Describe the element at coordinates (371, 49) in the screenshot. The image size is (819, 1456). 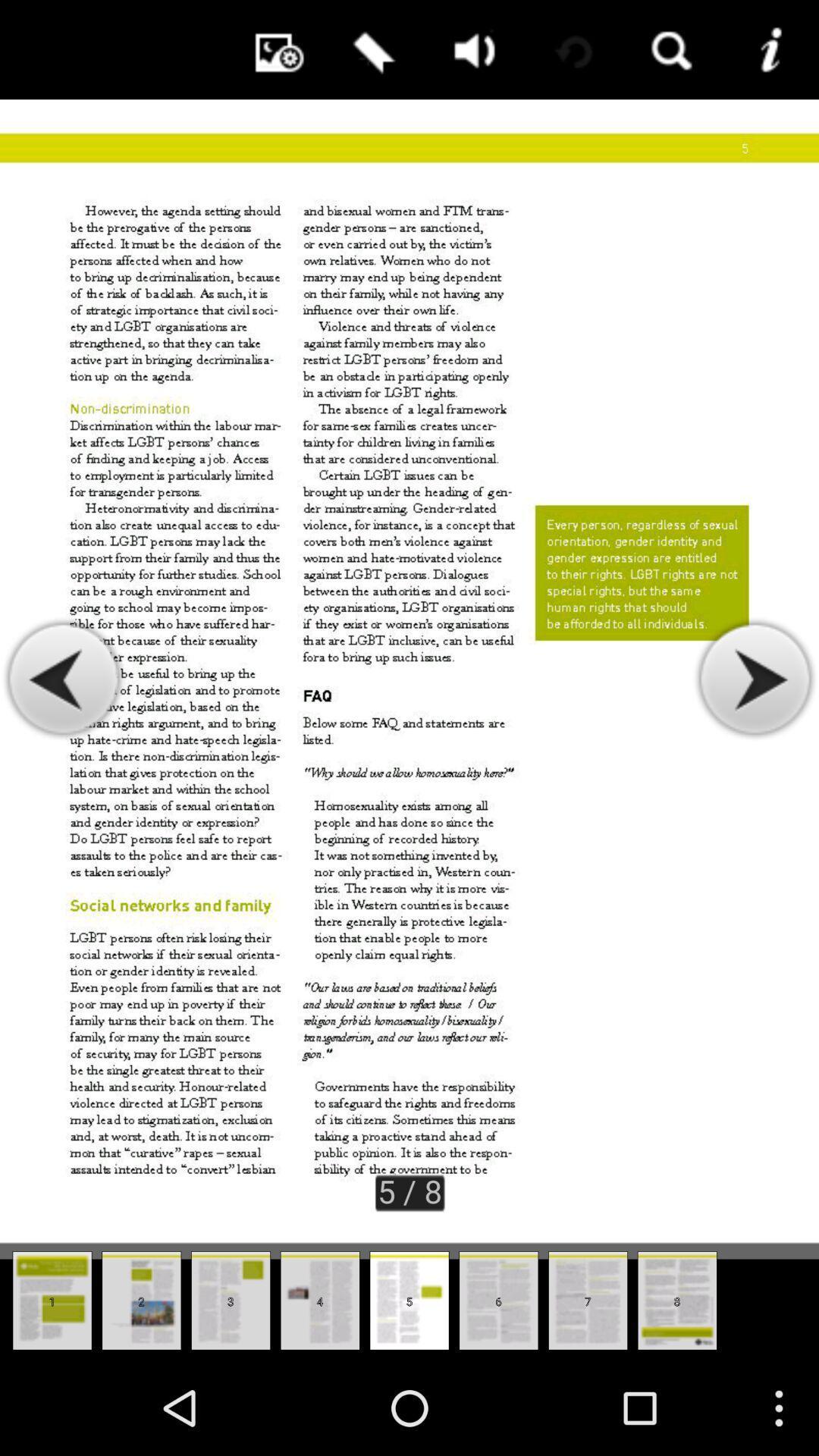
I see `enable bookmark` at that location.